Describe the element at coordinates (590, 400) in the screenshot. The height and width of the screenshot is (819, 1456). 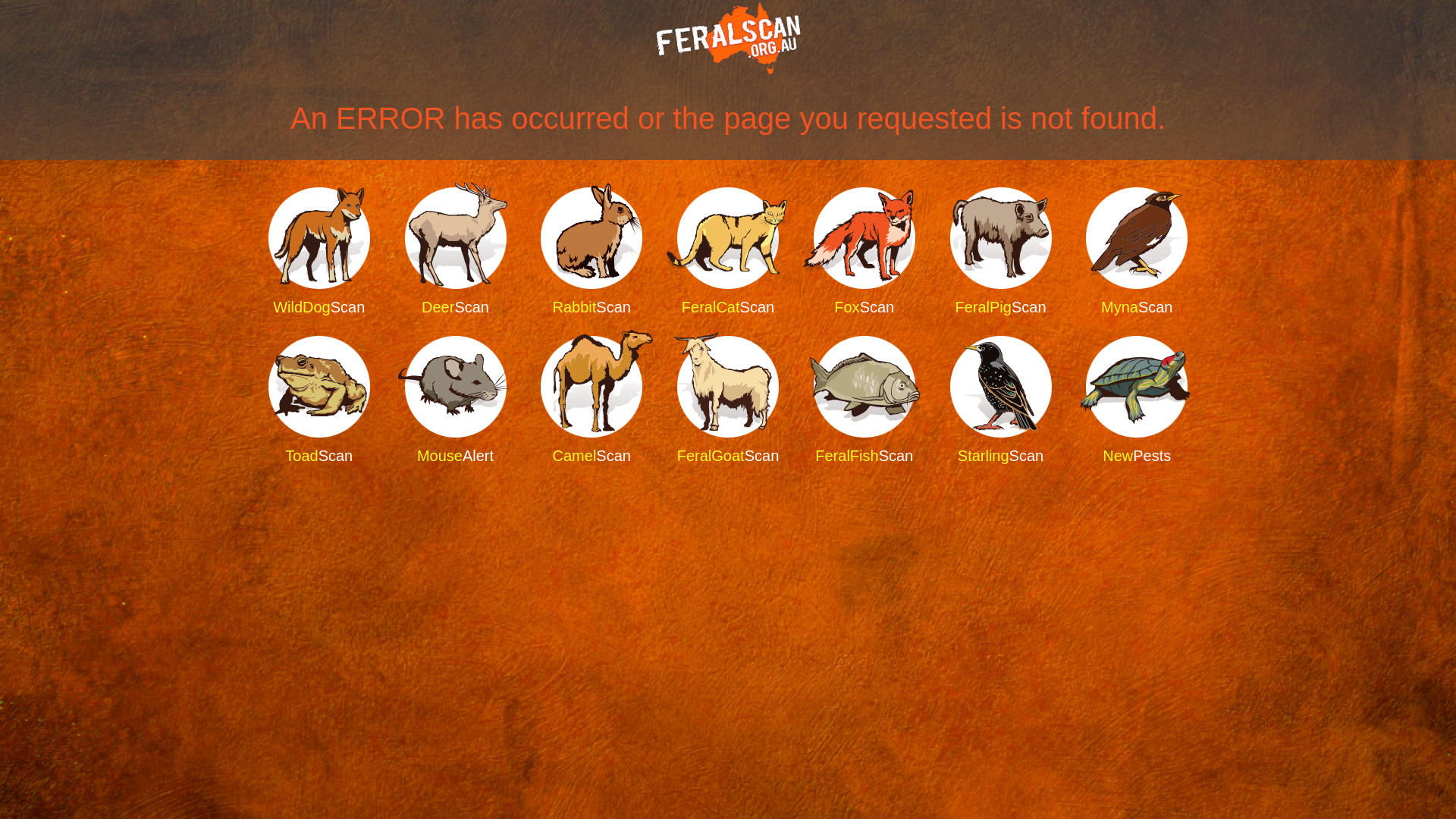
I see `'CamelScan'` at that location.